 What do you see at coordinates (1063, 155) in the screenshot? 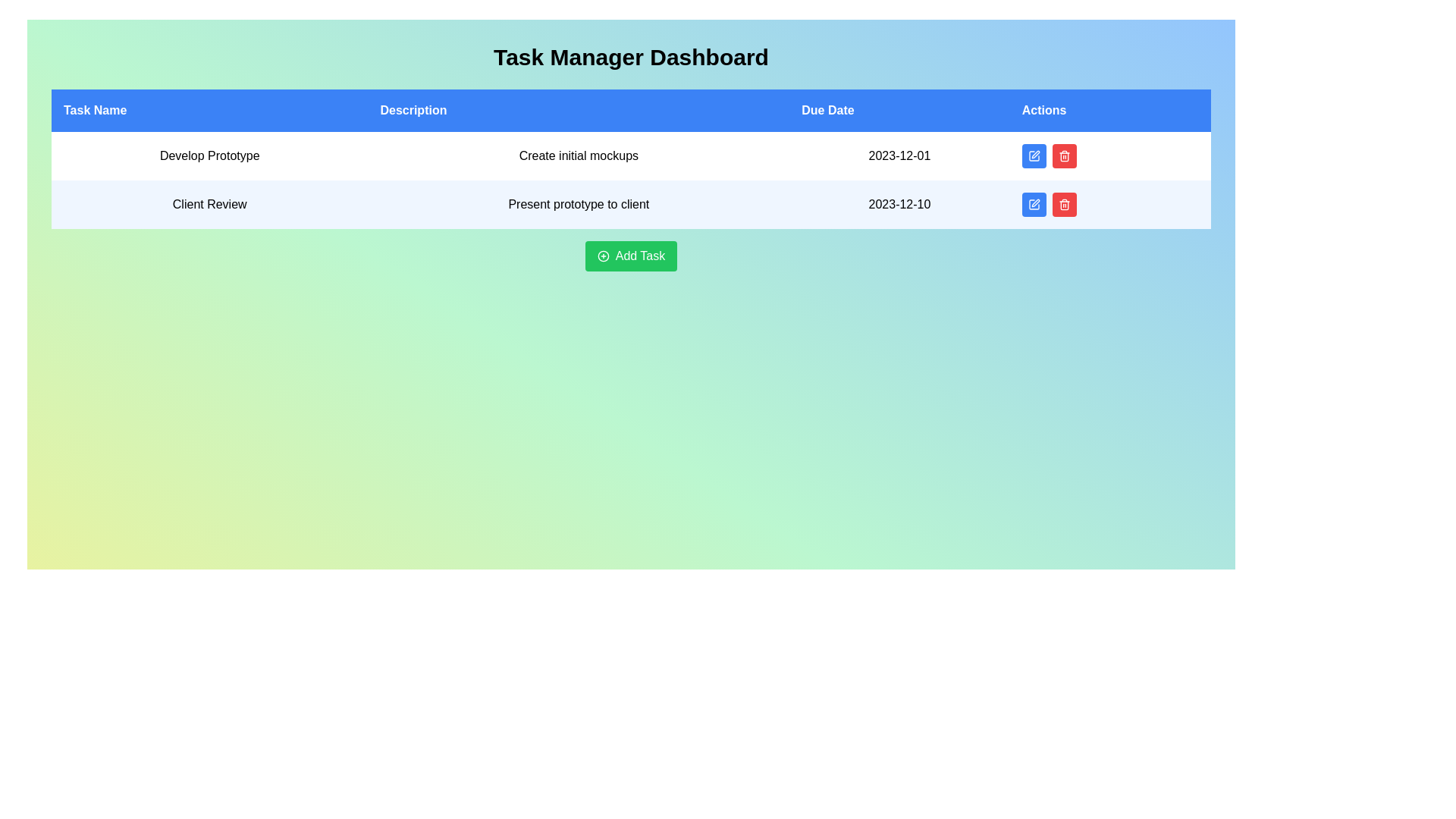
I see `the delete button located in the 'Actions' column of the first row of the task list table, to the right of the blue pen icon button` at bounding box center [1063, 155].